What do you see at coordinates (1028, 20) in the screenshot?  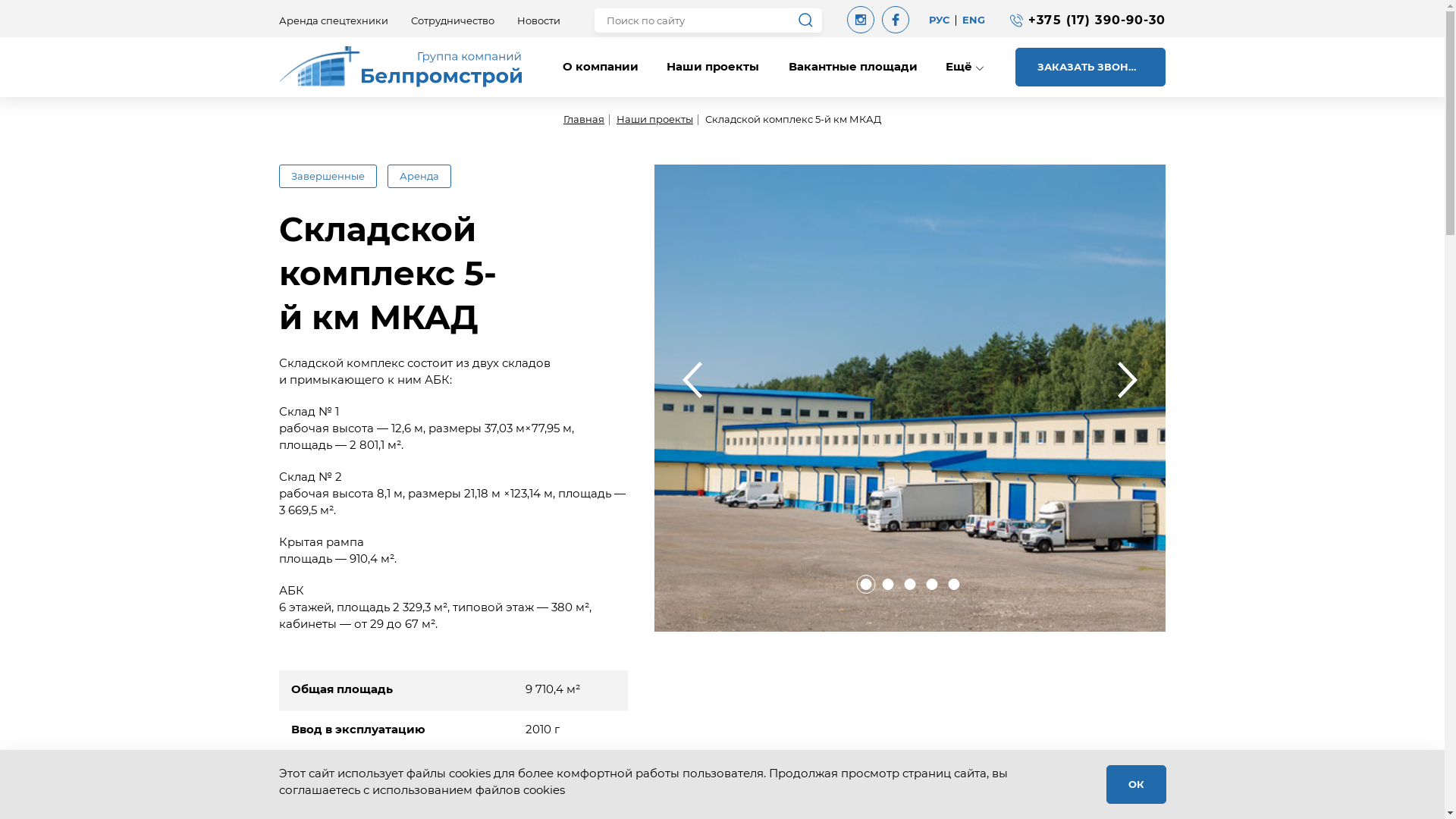 I see `'+375 (17) 390-90-30'` at bounding box center [1028, 20].